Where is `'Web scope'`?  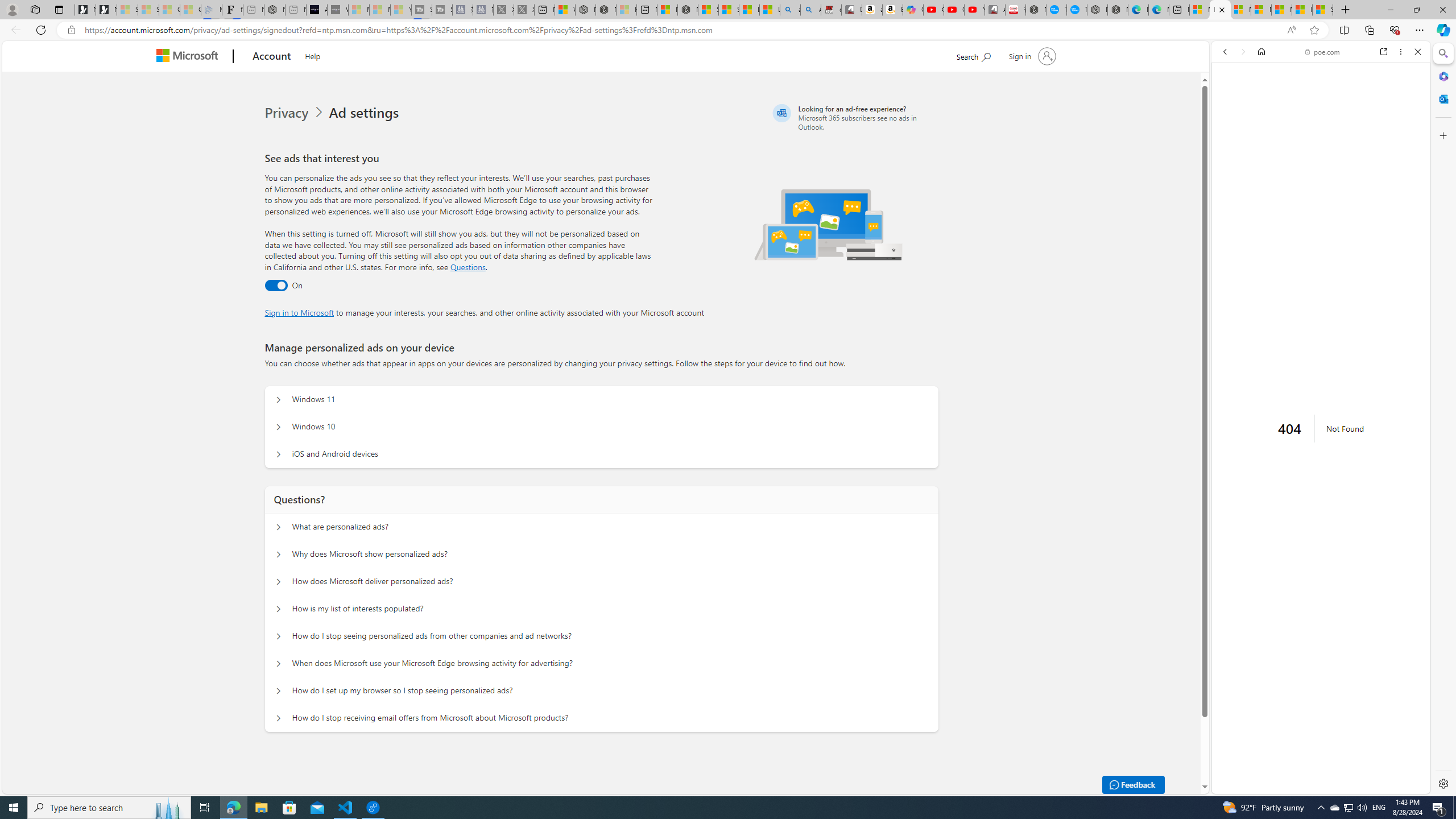 'Web scope' is located at coordinates (1230, 102).